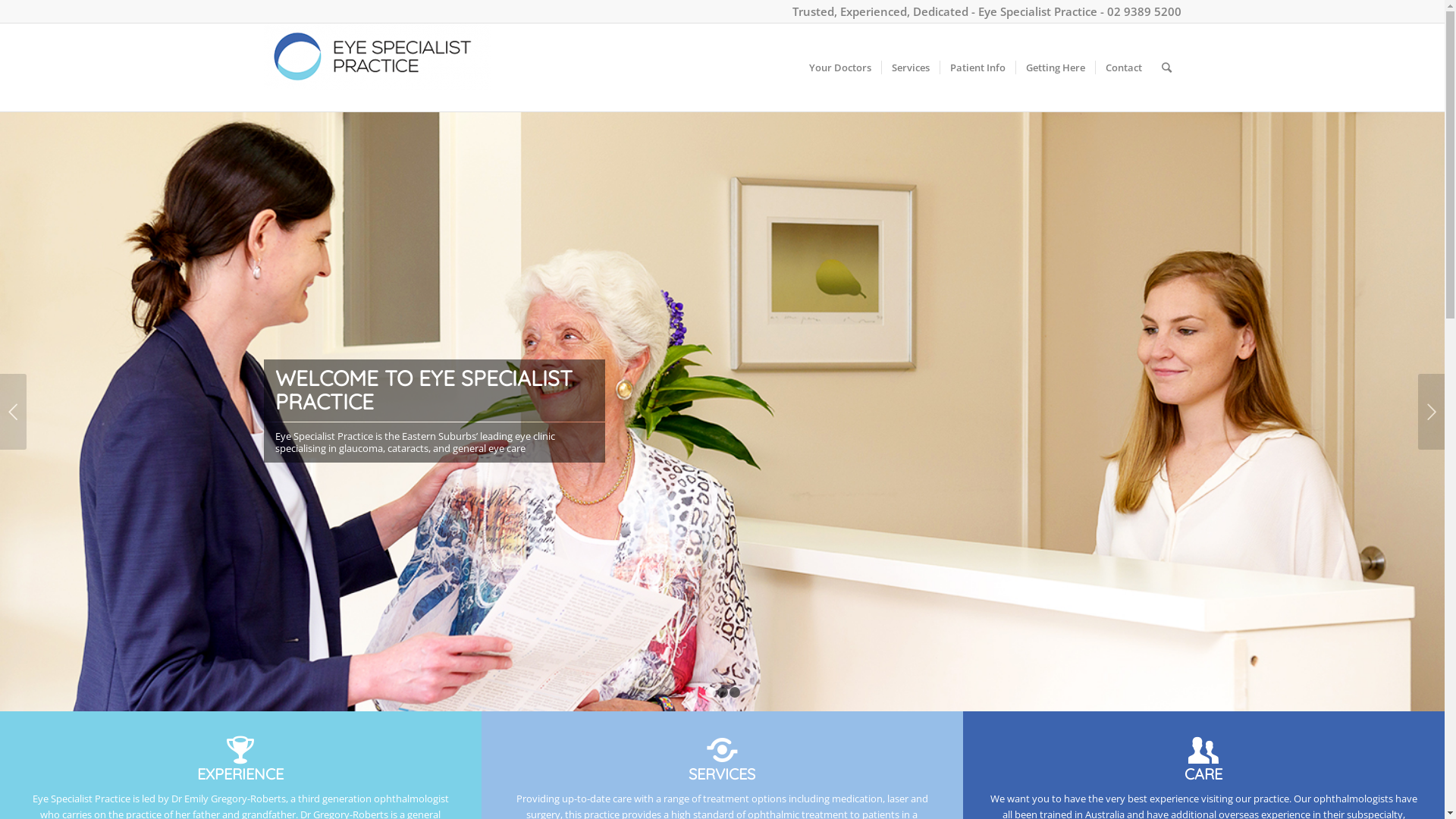  Describe the element at coordinates (910, 66) in the screenshot. I see `'Services'` at that location.